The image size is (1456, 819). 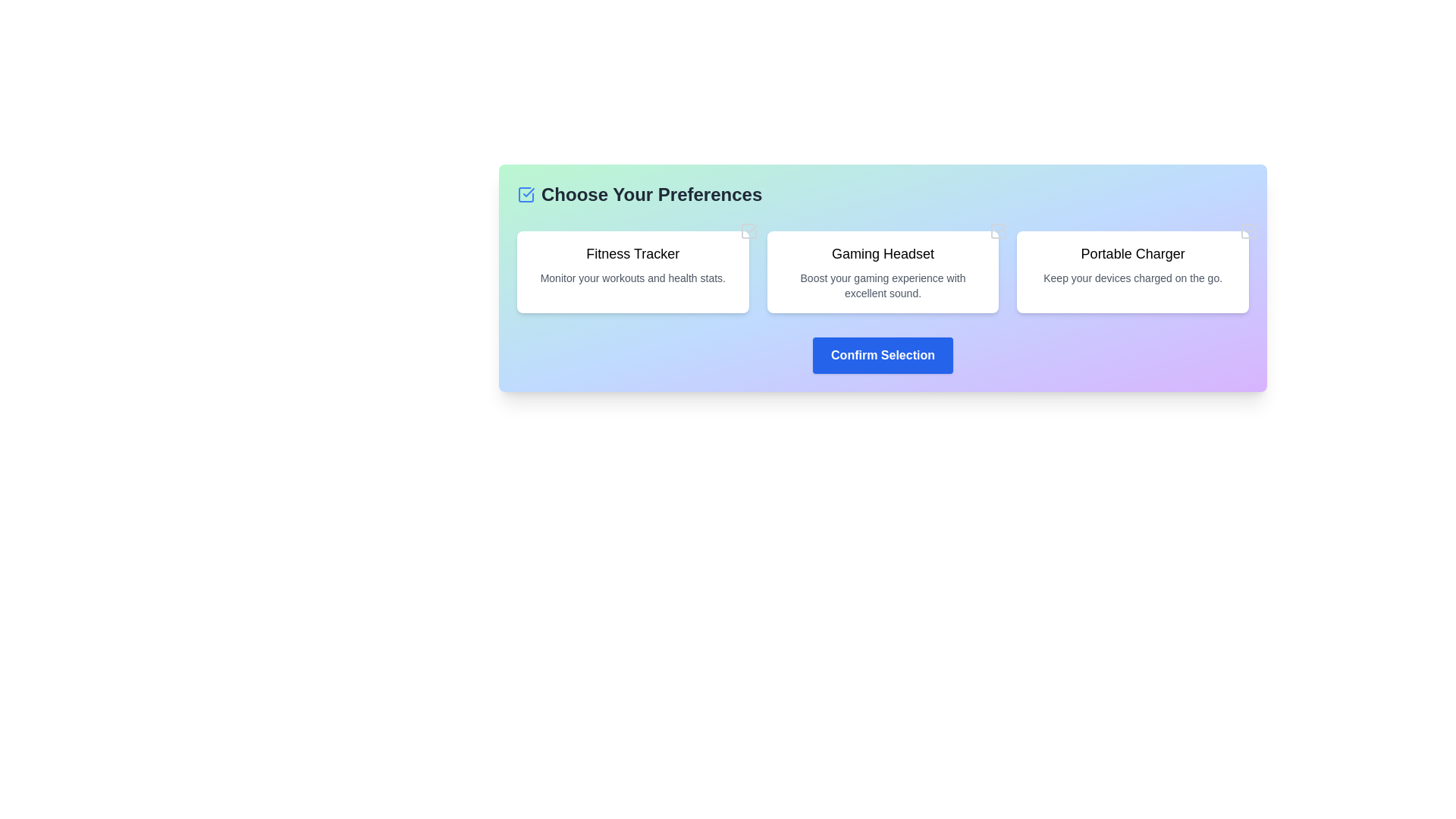 I want to click on the descriptive text label that provides information about the 'Portable Charger' card, located as the second line of text below the title within the rightmost card of three horizontal cards, so click(x=1133, y=278).